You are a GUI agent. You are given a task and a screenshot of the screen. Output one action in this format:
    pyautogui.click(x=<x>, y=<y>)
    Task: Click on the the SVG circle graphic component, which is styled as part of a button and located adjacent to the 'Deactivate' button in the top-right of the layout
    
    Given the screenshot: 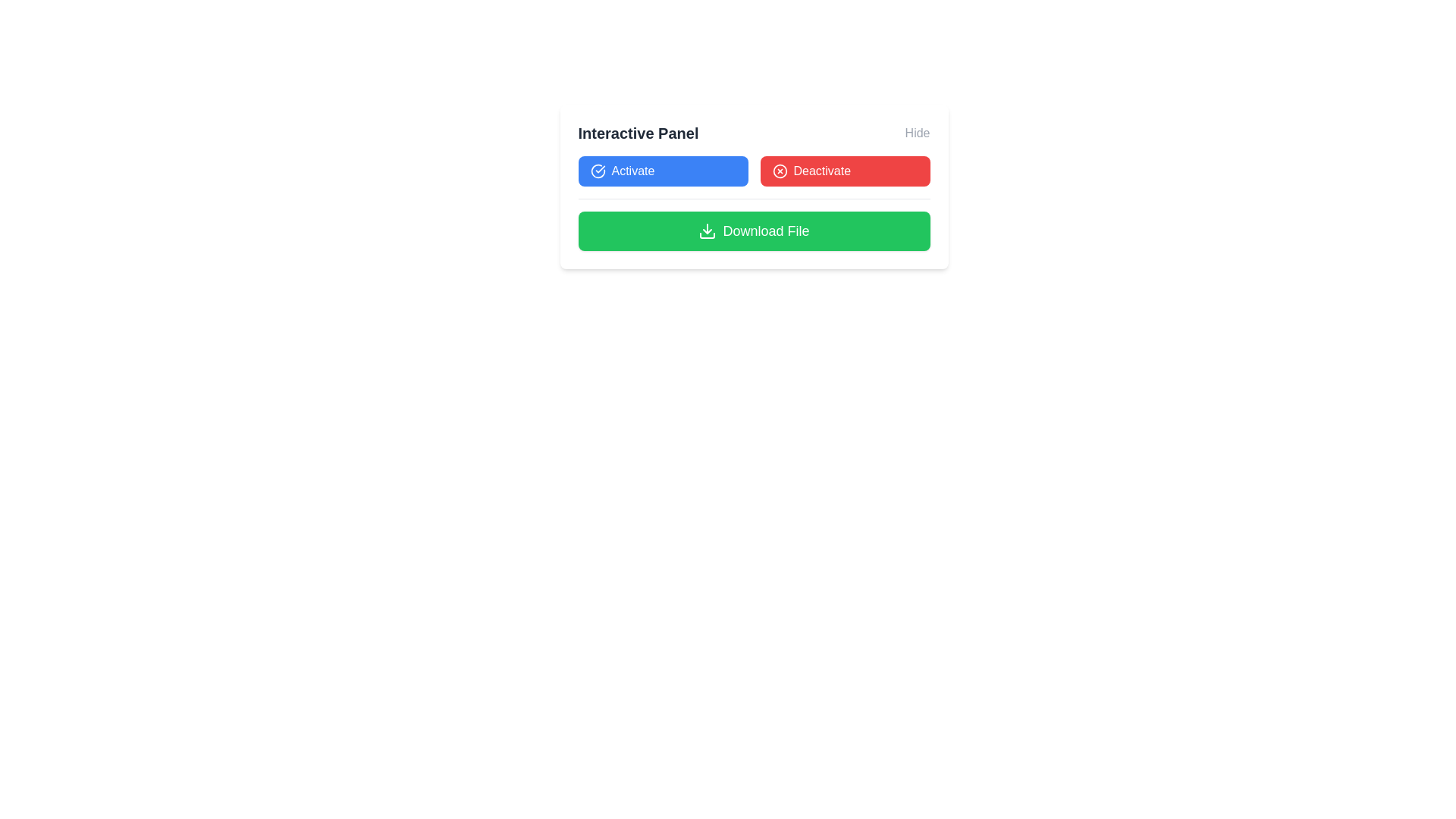 What is the action you would take?
    pyautogui.click(x=780, y=171)
    